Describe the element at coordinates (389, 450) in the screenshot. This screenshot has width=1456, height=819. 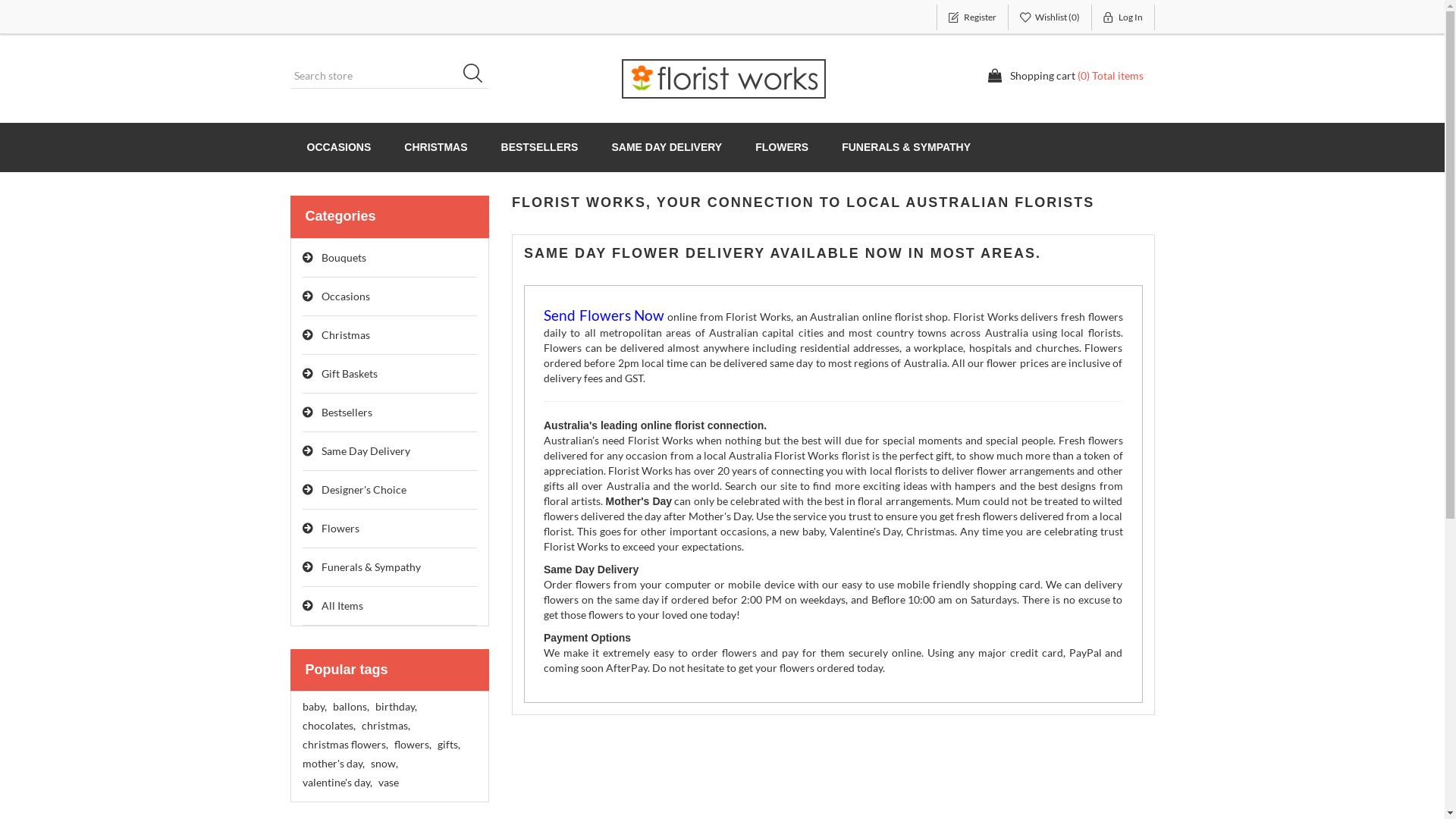
I see `'Same Day Delivery'` at that location.